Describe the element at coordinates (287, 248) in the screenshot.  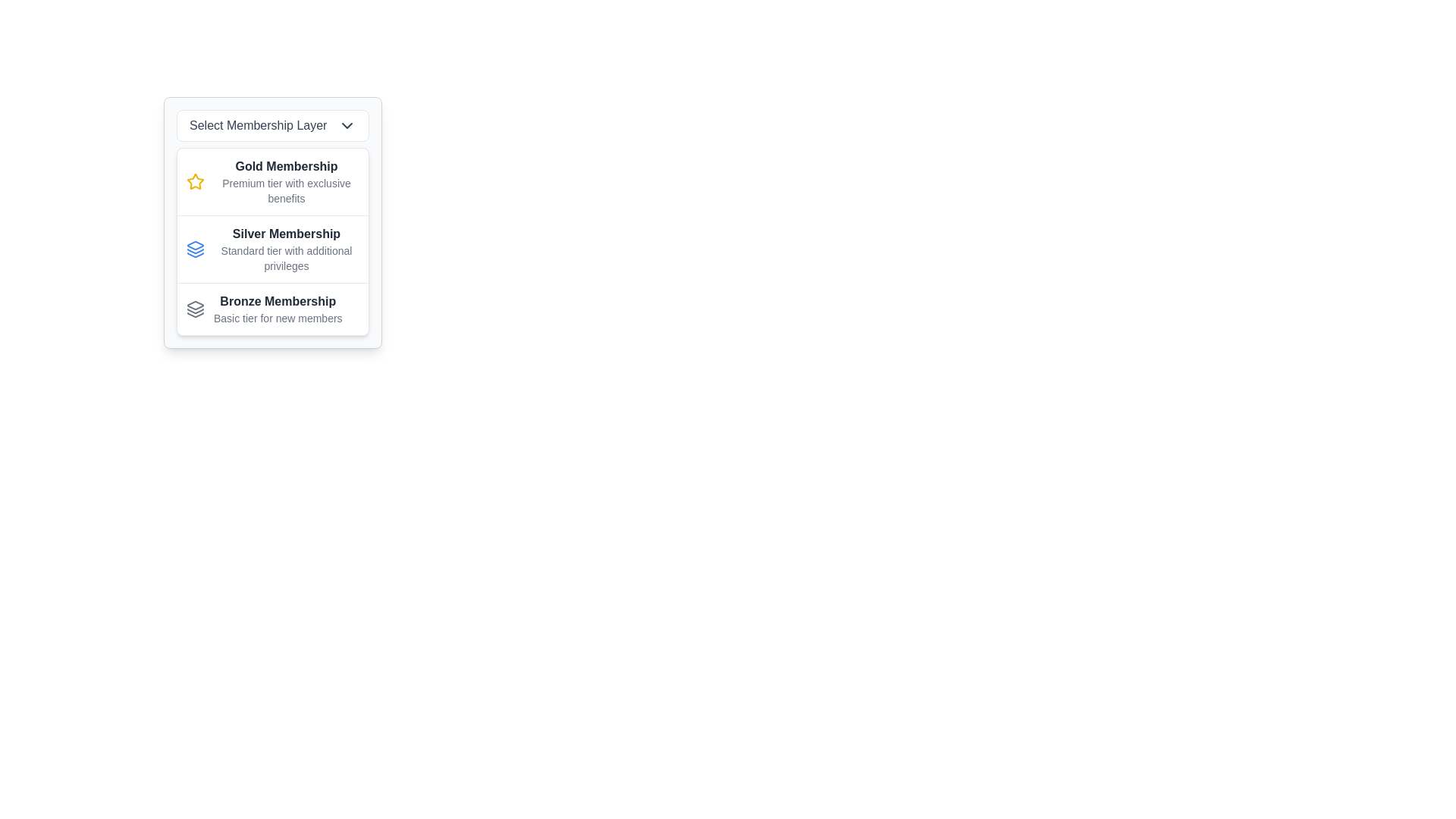
I see `the 'Silver Membership' option in the dropdown menu, which is the second option in the list between 'Gold Membership' and 'Bronze Membership'` at that location.